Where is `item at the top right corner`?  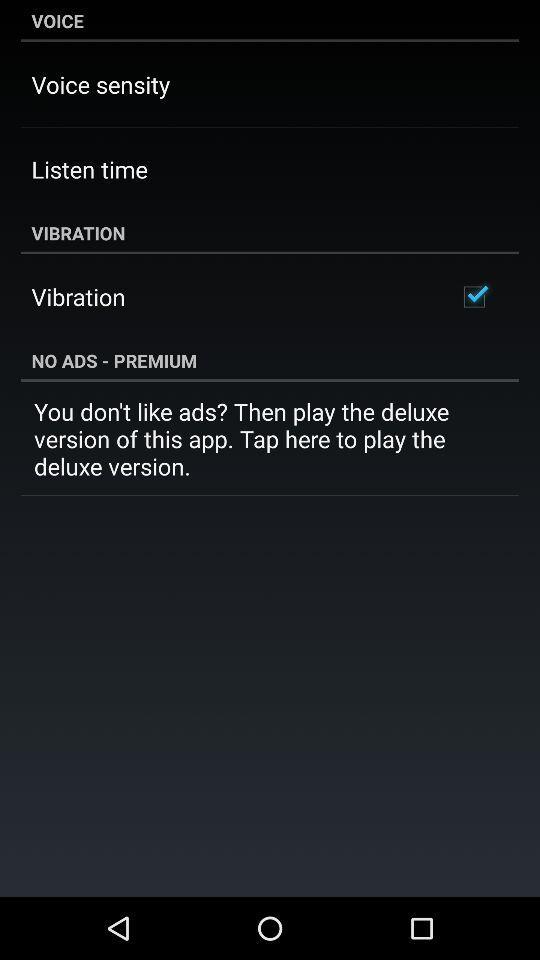 item at the top right corner is located at coordinates (473, 296).